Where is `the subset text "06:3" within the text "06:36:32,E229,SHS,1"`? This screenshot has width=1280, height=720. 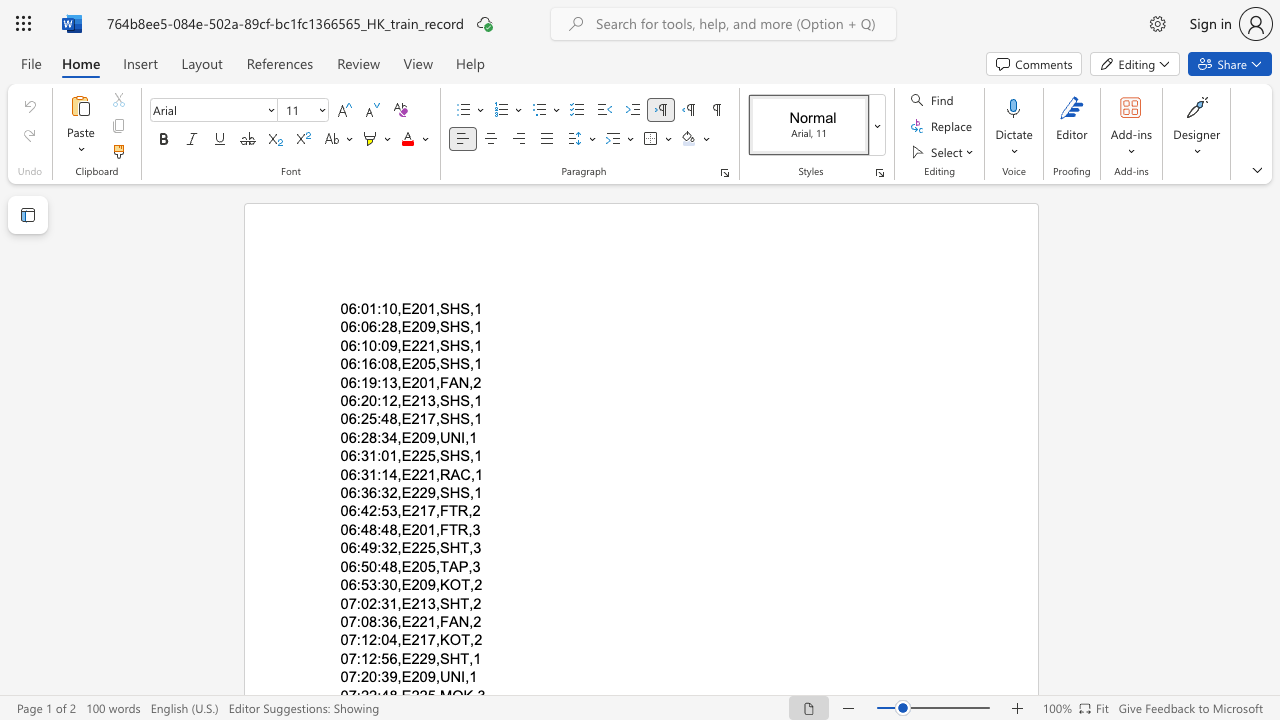
the subset text "06:3" within the text "06:36:32,E229,SHS,1" is located at coordinates (340, 493).